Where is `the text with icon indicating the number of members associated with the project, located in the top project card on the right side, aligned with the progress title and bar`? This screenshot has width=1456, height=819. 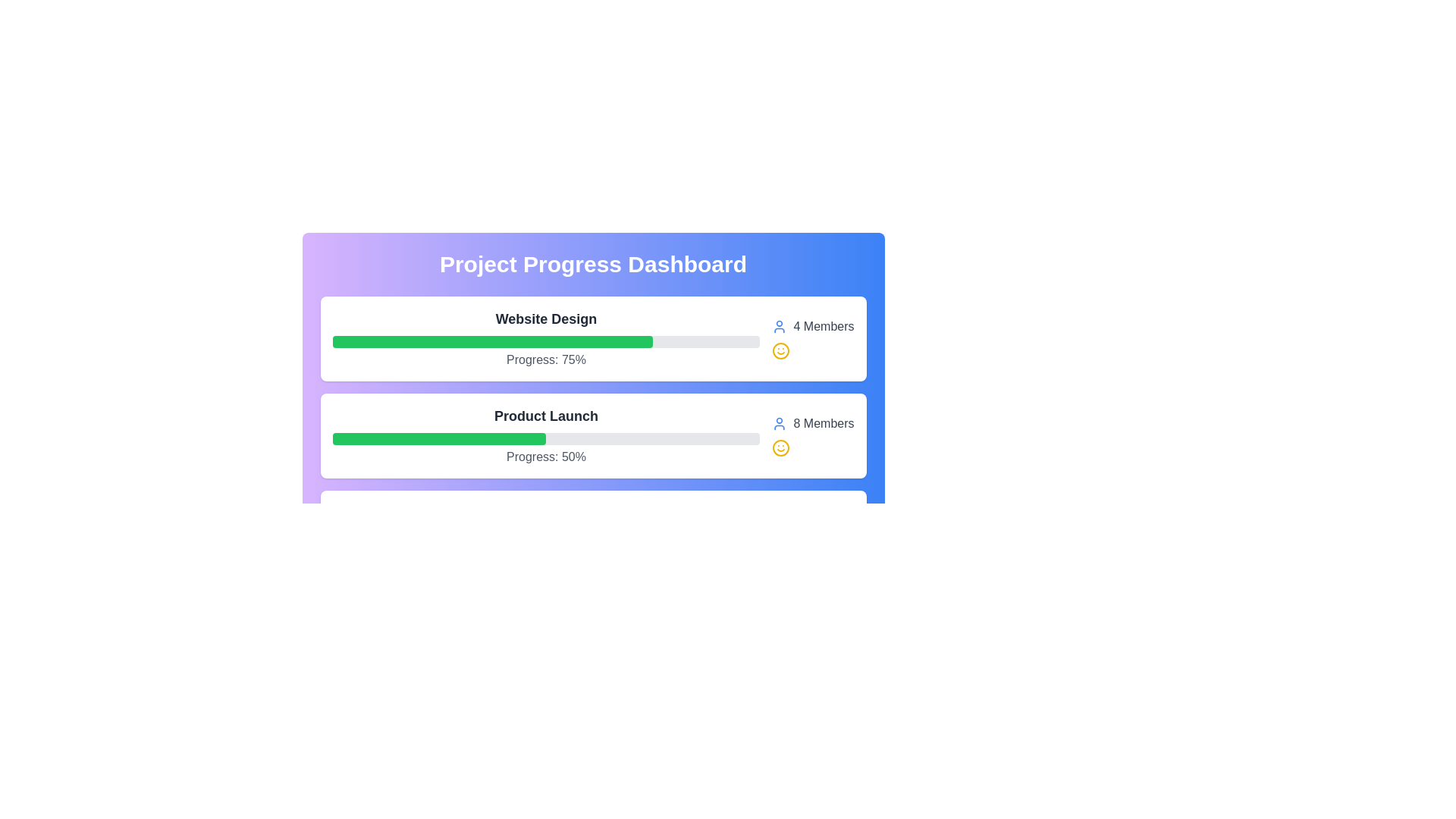 the text with icon indicating the number of members associated with the project, located in the top project card on the right side, aligned with the progress title and bar is located at coordinates (812, 338).